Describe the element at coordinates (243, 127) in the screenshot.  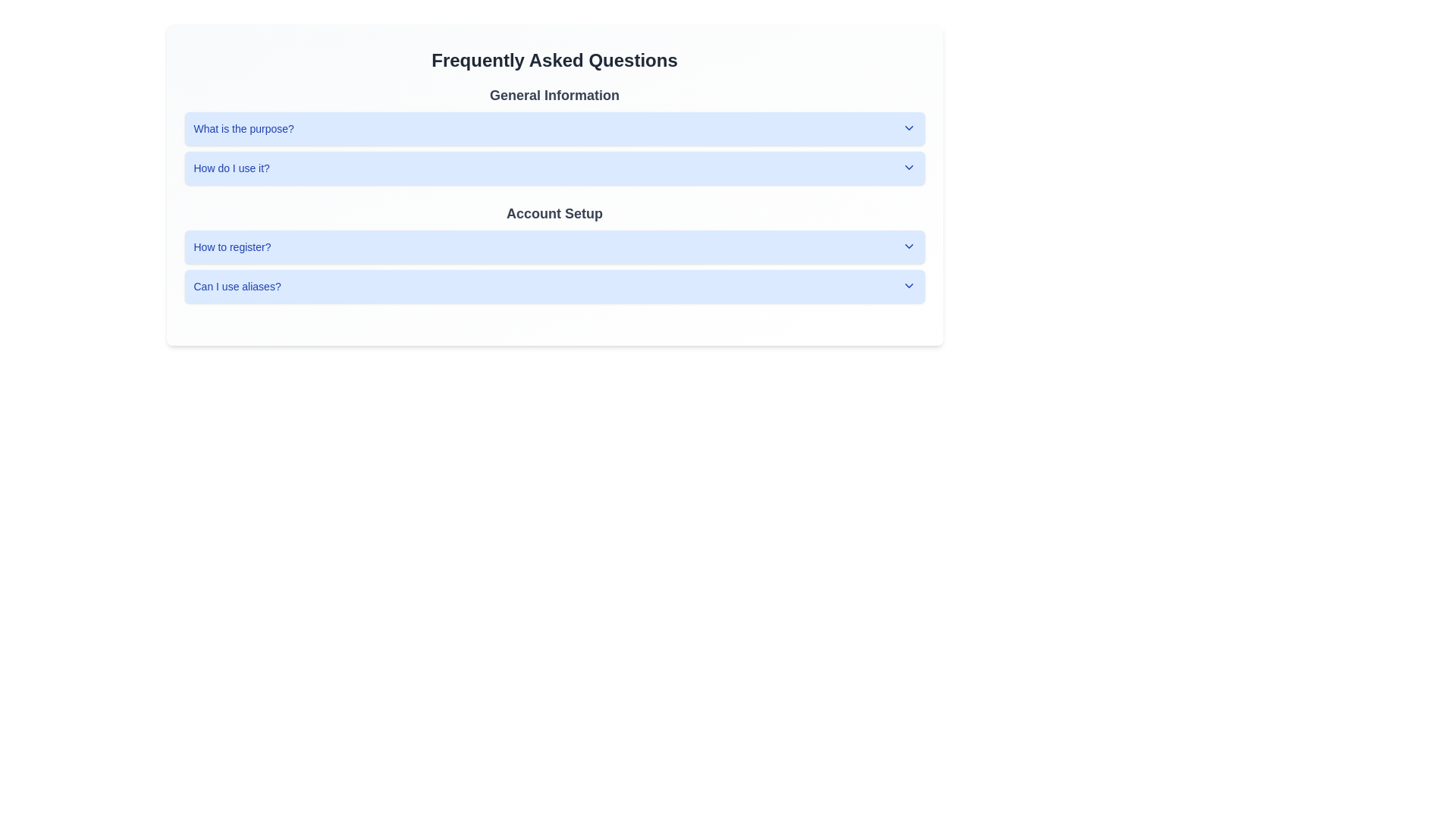
I see `text from the Text Label that contains 'What is the purpose?' which is styled in a medium-sized font and colored blue, located at the top of the 'General Information' section` at that location.